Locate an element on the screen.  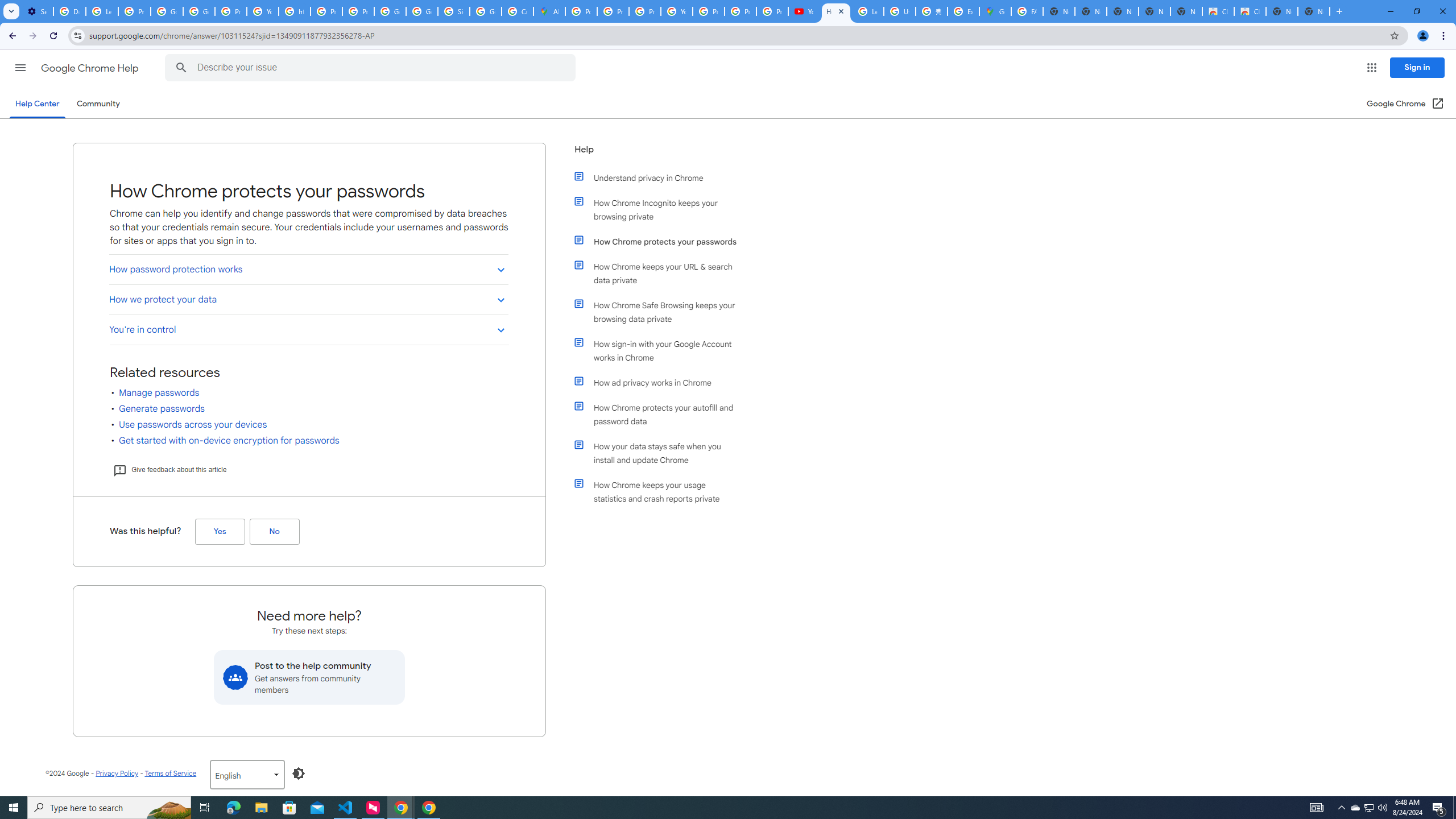
'Explore new street-level details - Google Maps Help' is located at coordinates (962, 11).